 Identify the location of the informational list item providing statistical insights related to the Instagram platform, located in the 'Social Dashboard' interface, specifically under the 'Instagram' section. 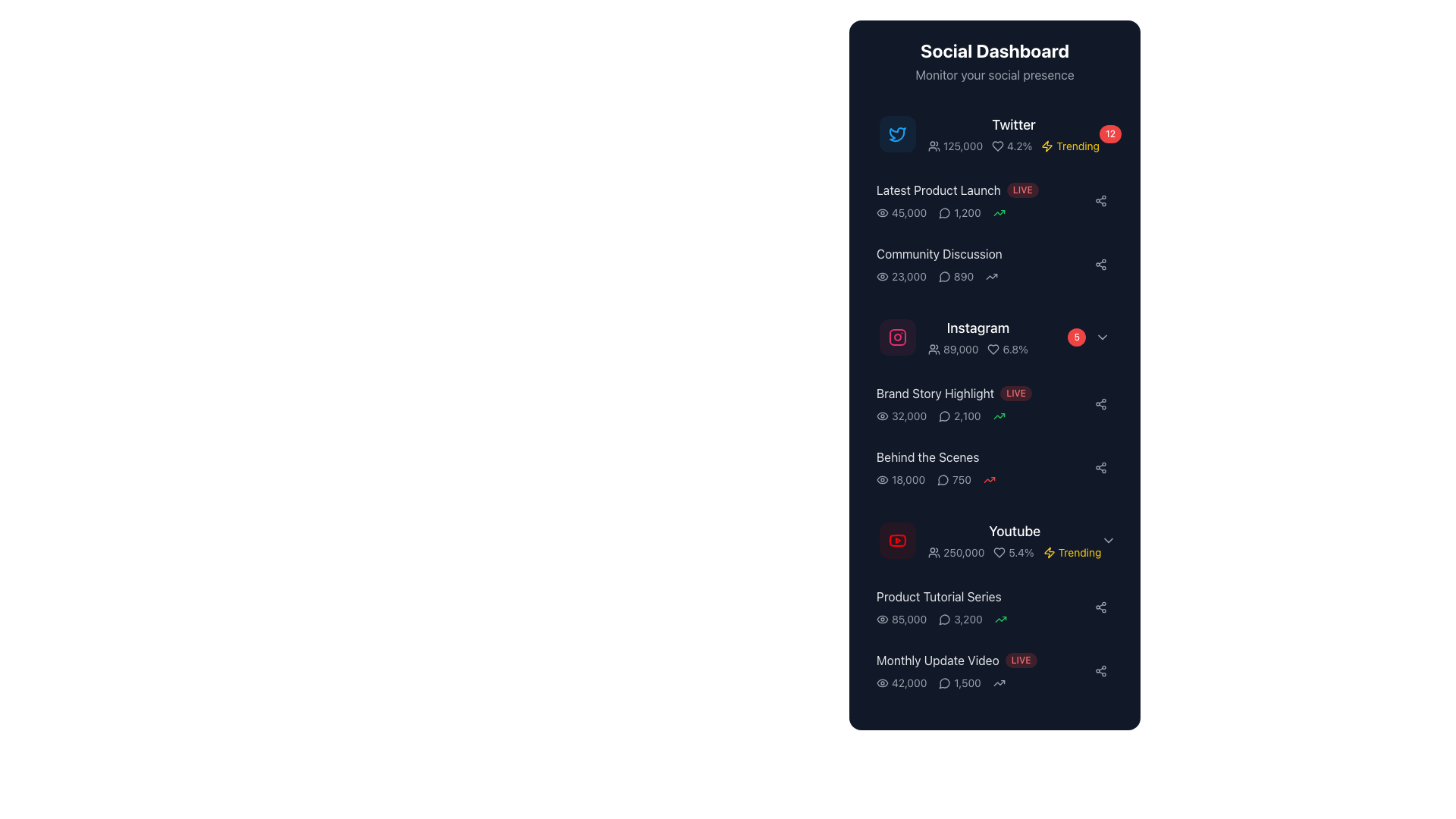
(952, 336).